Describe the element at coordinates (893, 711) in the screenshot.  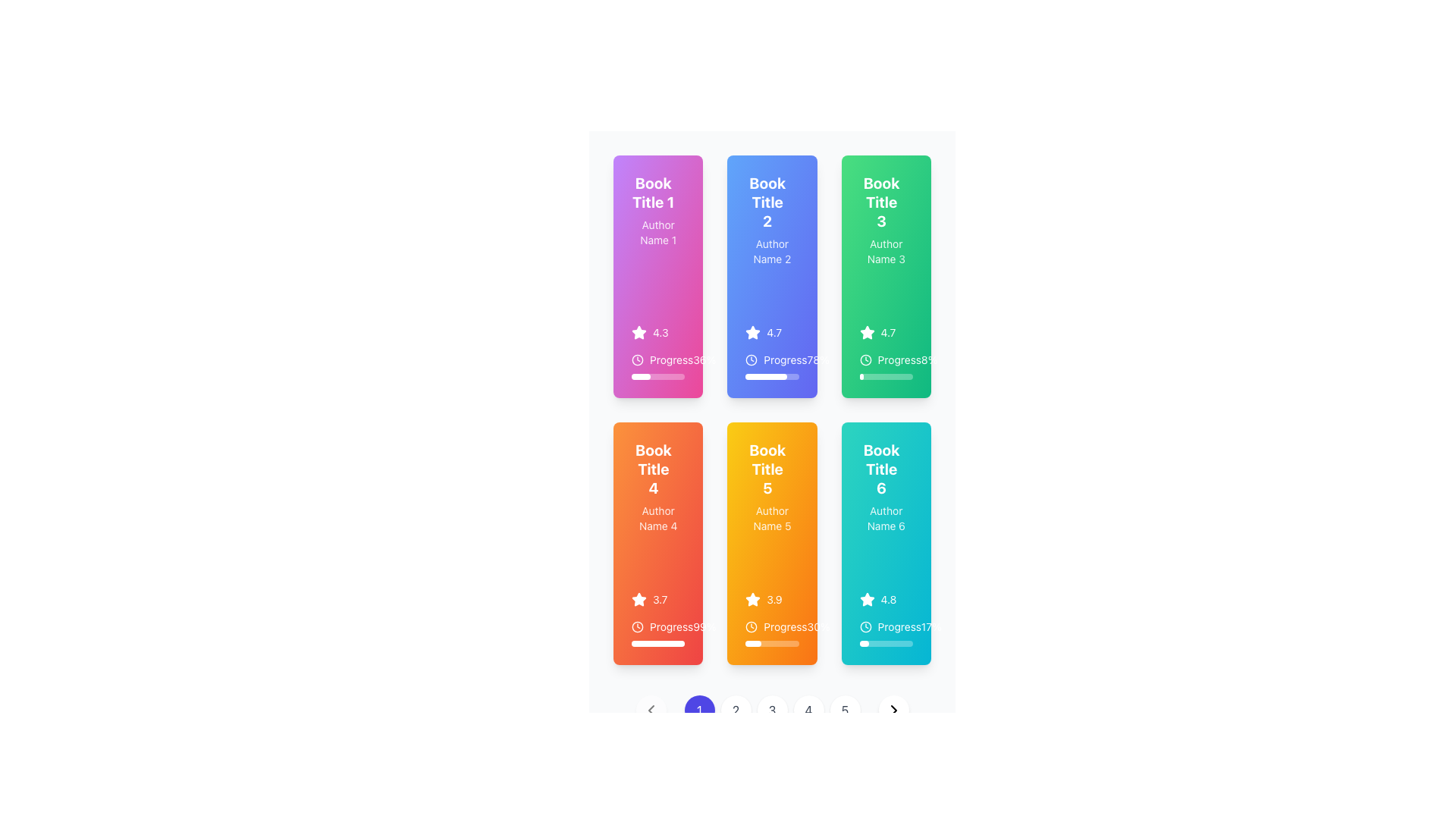
I see `the right-most triangular arrow icon, which is part of the pagination controls` at that location.